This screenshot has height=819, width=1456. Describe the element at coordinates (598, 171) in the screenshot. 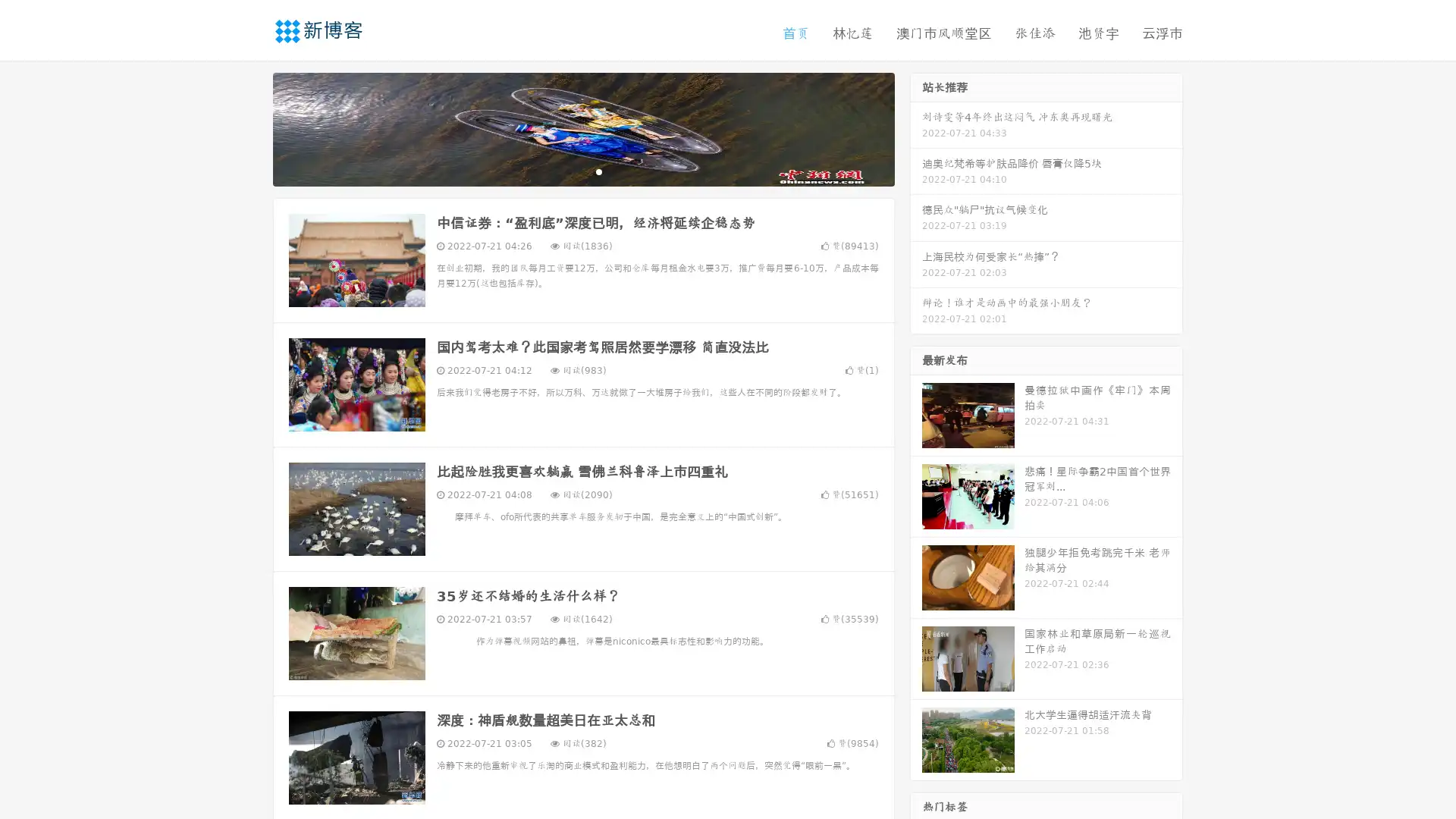

I see `Go to slide 3` at that location.